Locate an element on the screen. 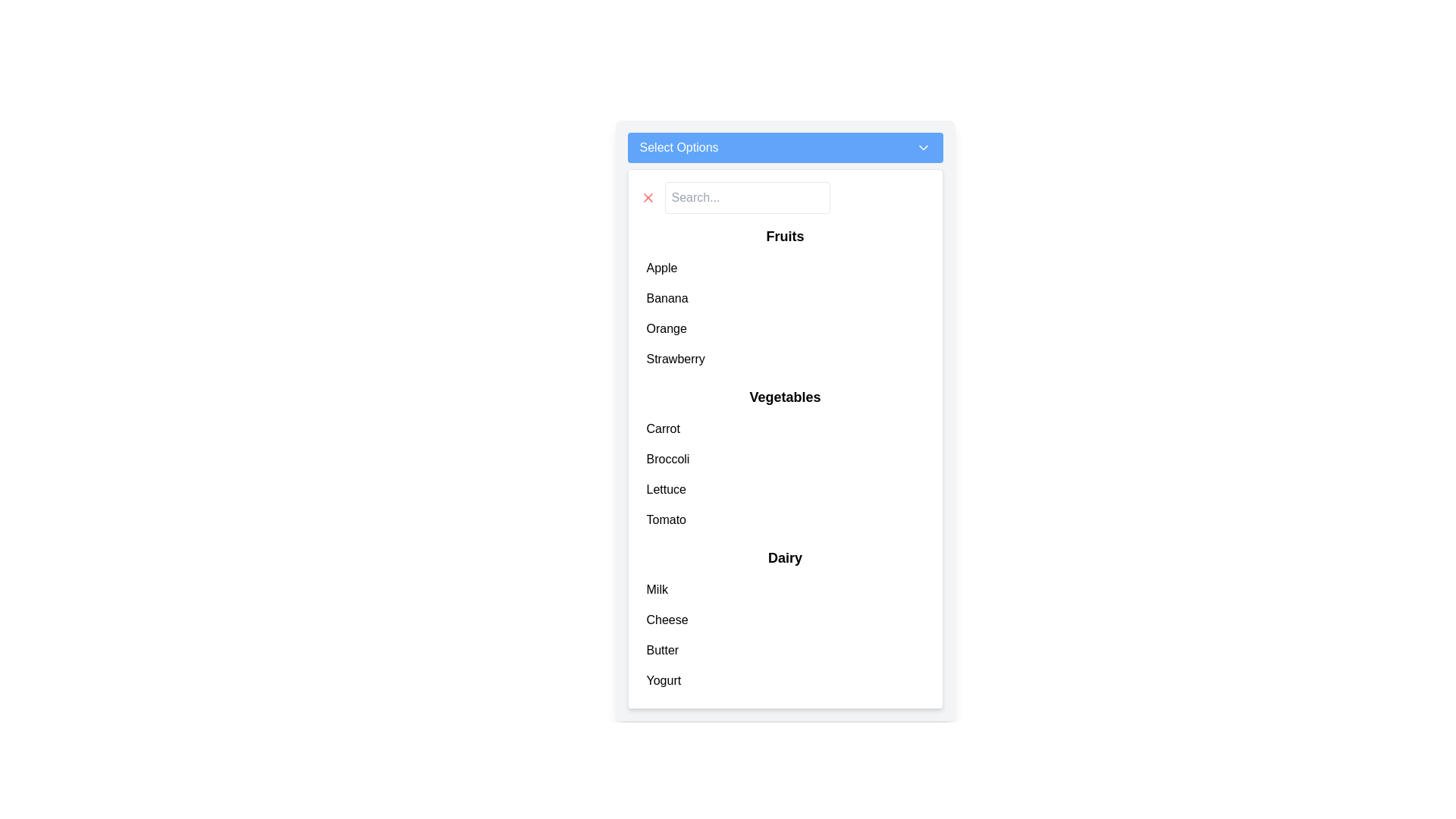  the 'Milk' text label in the Dairy section is located at coordinates (657, 589).